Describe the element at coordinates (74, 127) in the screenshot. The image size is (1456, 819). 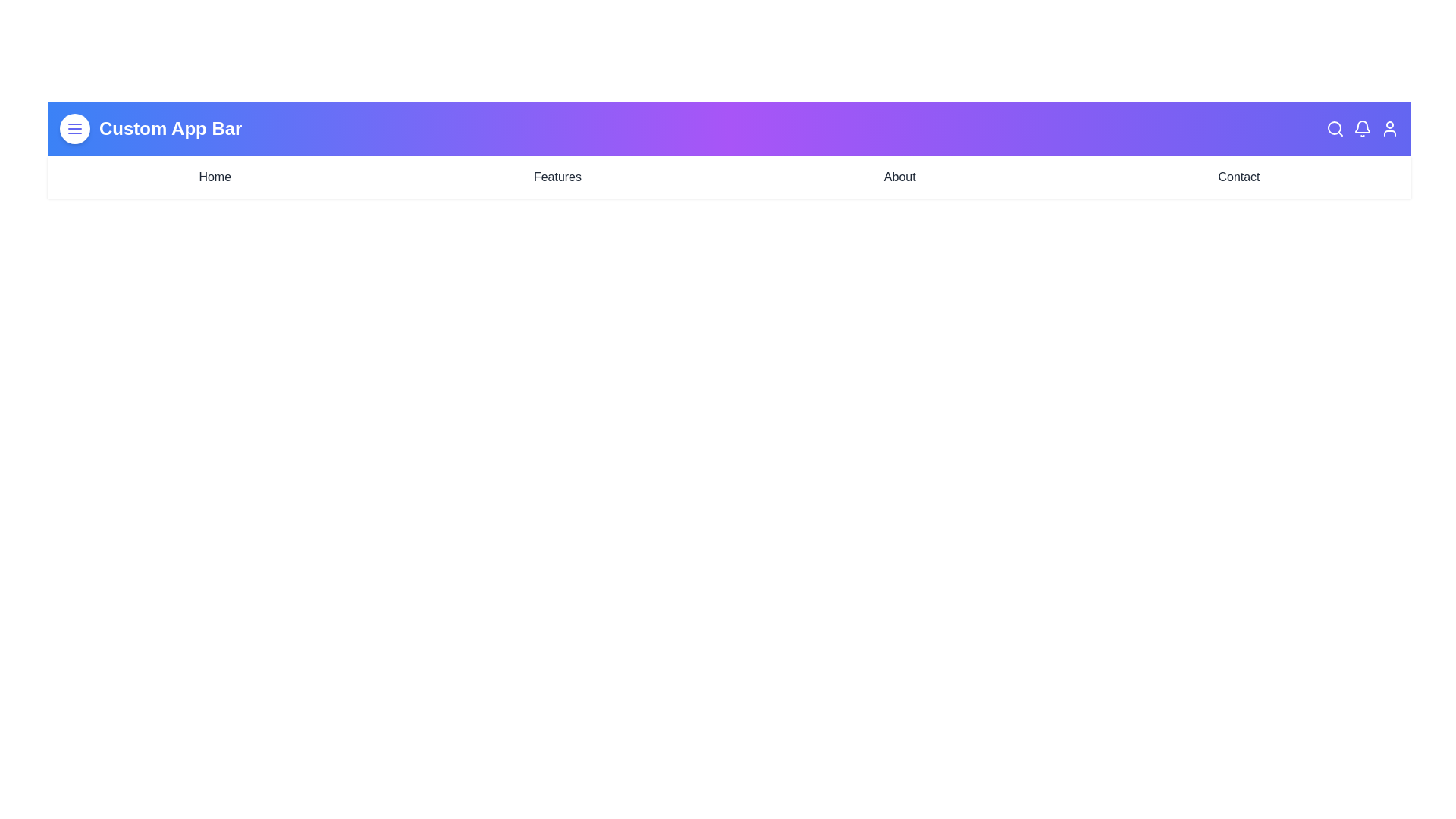
I see `the menu button to toggle the main menu visibility` at that location.